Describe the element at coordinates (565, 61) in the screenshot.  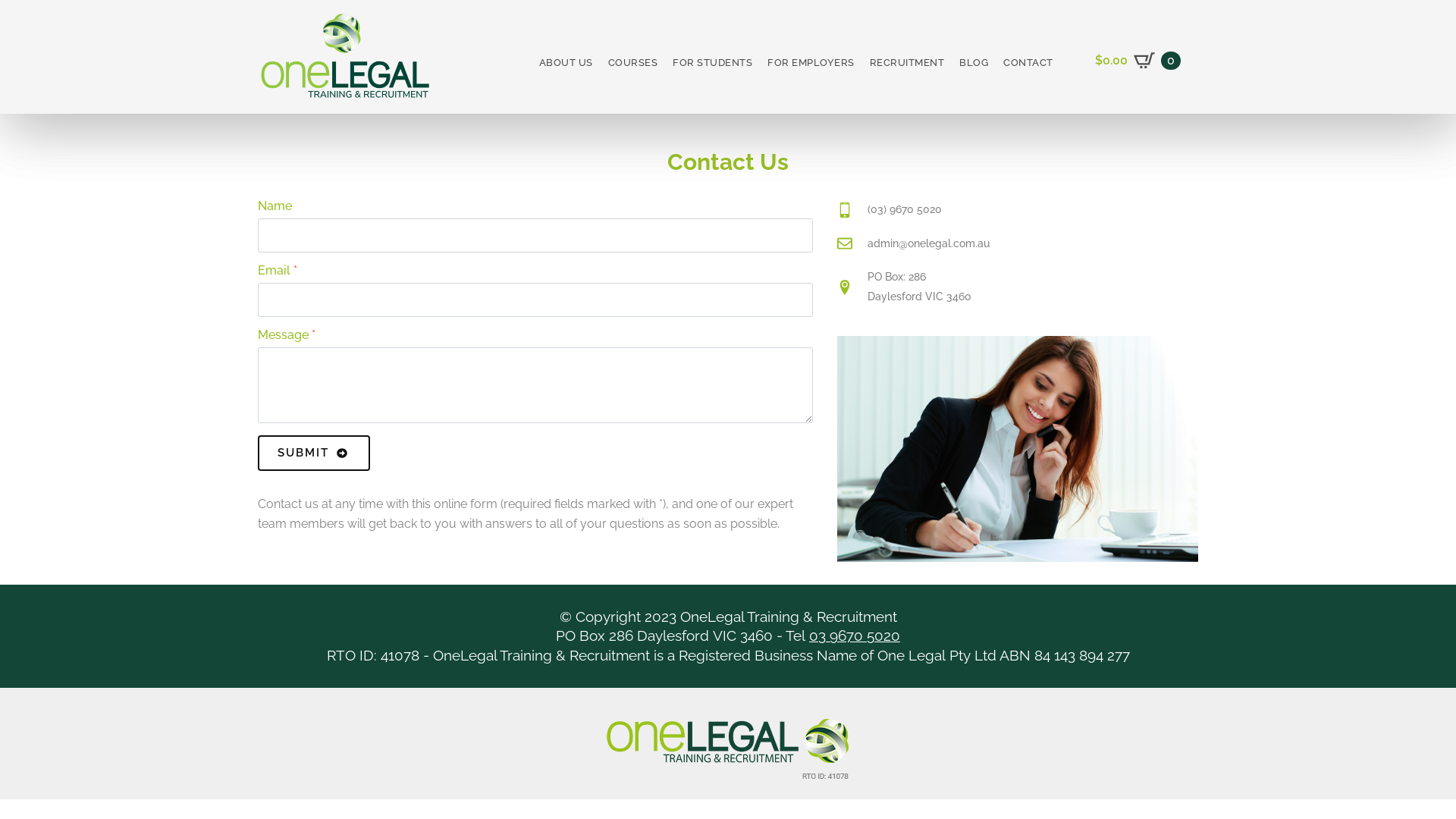
I see `'ABOUT US'` at that location.